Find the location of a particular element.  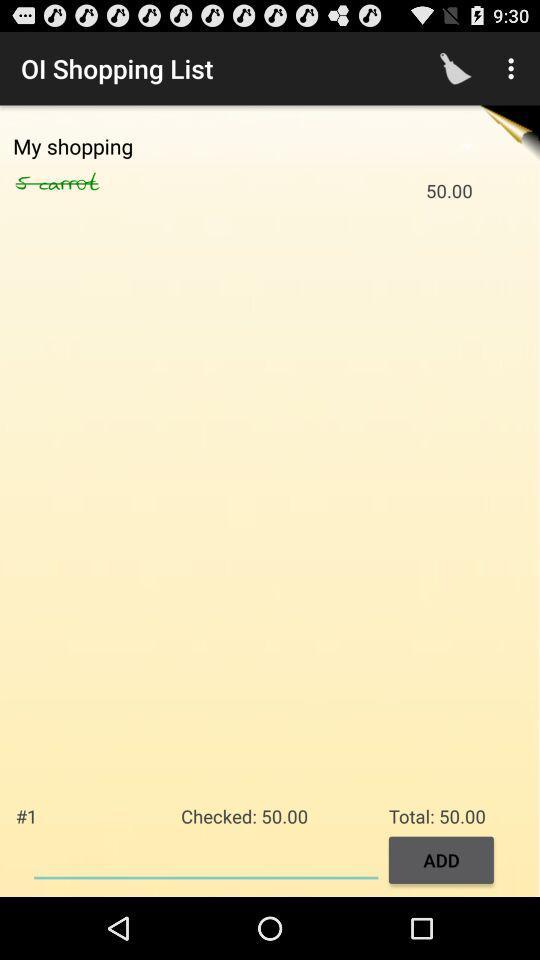

the icon next to the 50.00 is located at coordinates (90, 183).